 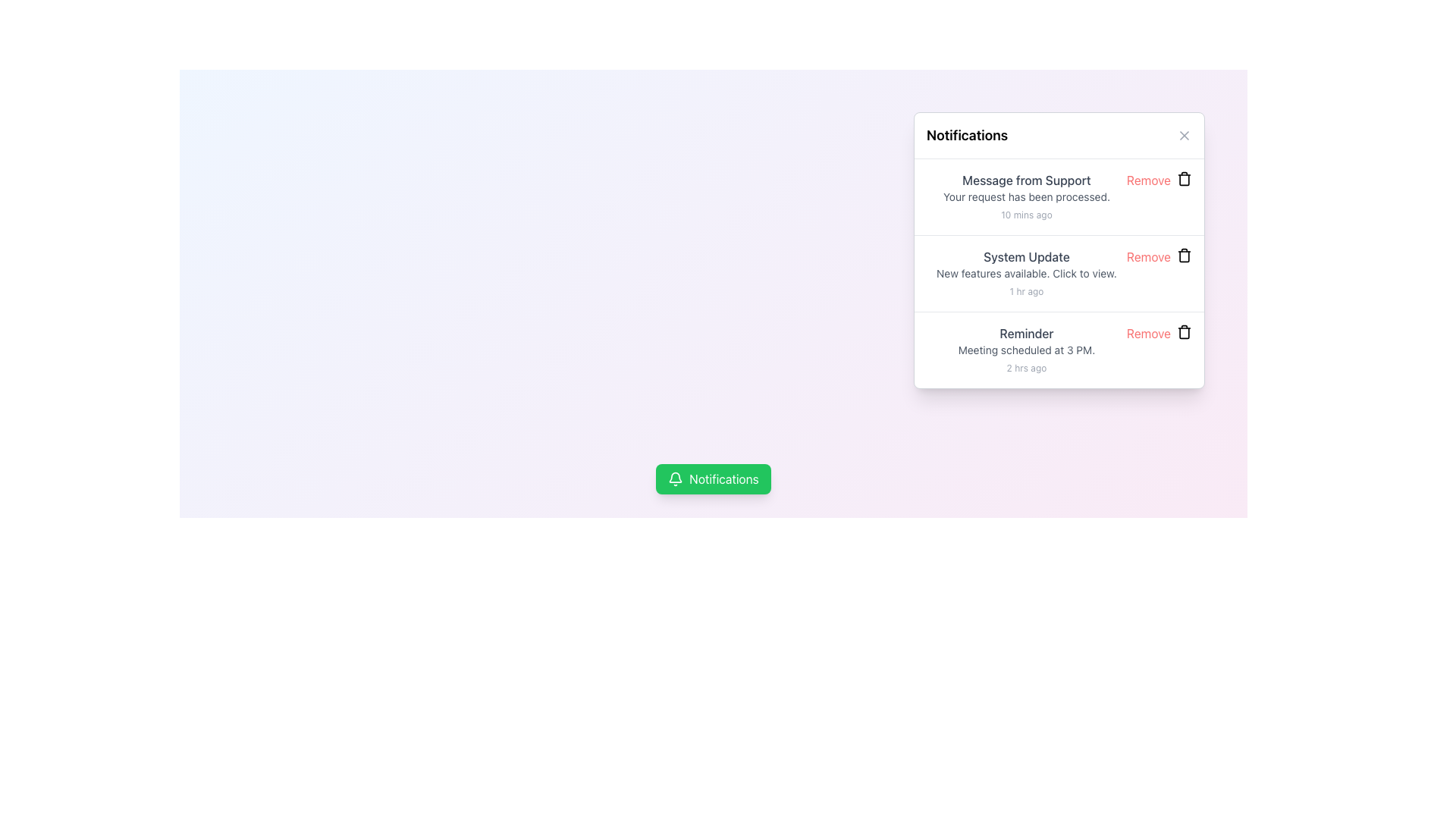 What do you see at coordinates (1149, 332) in the screenshot?
I see `the hyperlink styled as a button located at the top-right area of the third notification item` at bounding box center [1149, 332].